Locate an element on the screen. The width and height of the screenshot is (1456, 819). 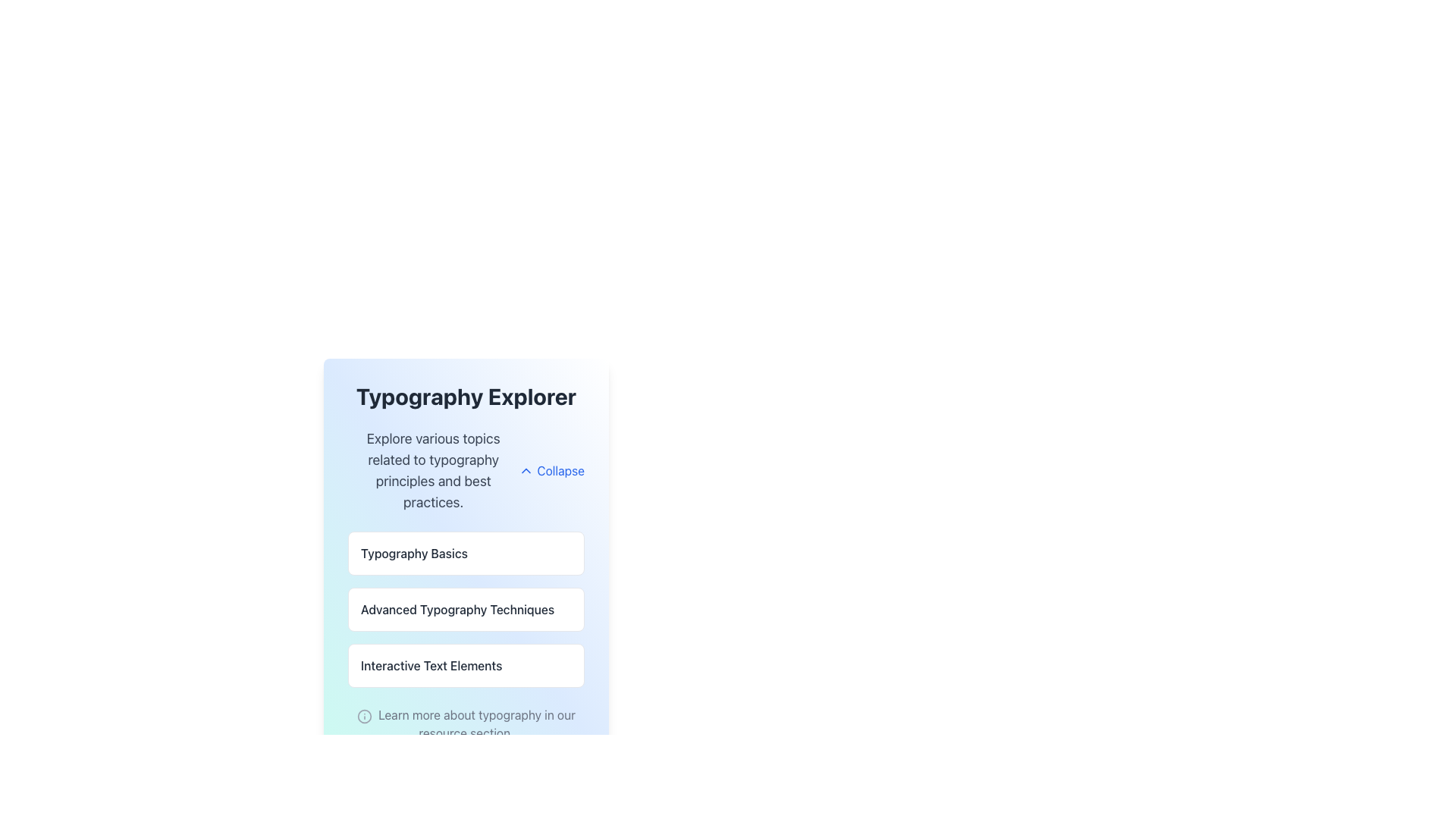
the typography menu list element containing 'Typography Basics', 'Advanced Typography Techniques', and 'Interactive Text Elements' is located at coordinates (465, 608).